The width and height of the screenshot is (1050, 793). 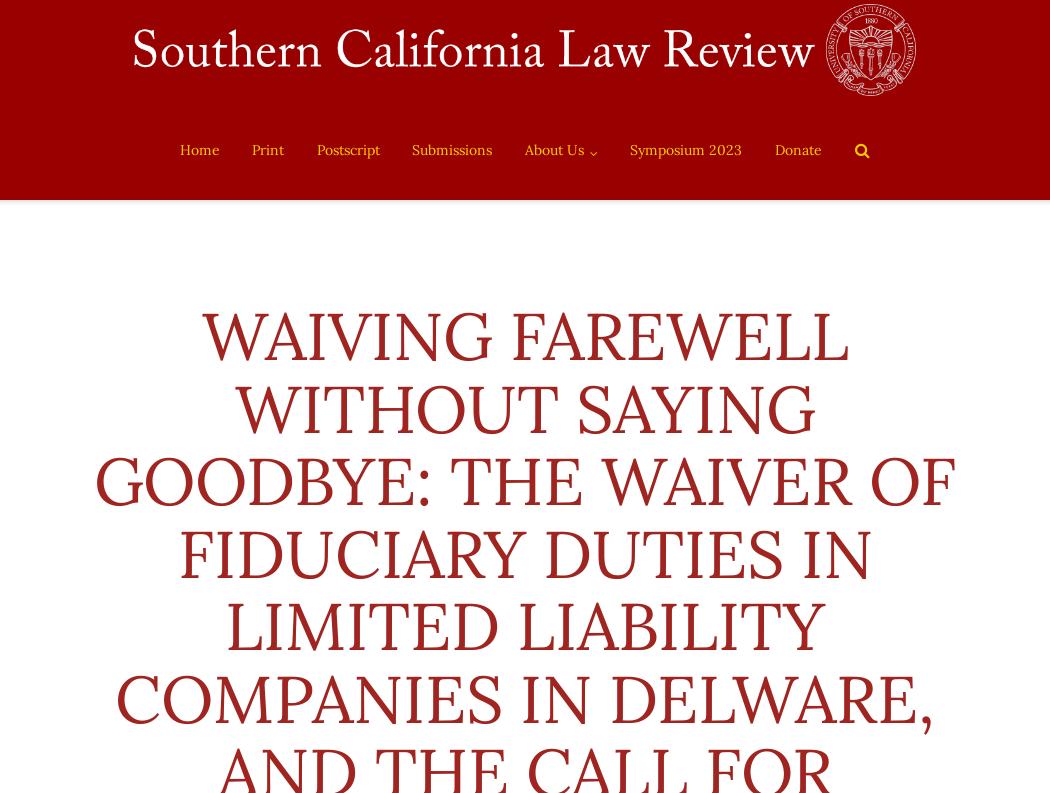 I want to click on 'The Greenbook', so click(x=587, y=319).